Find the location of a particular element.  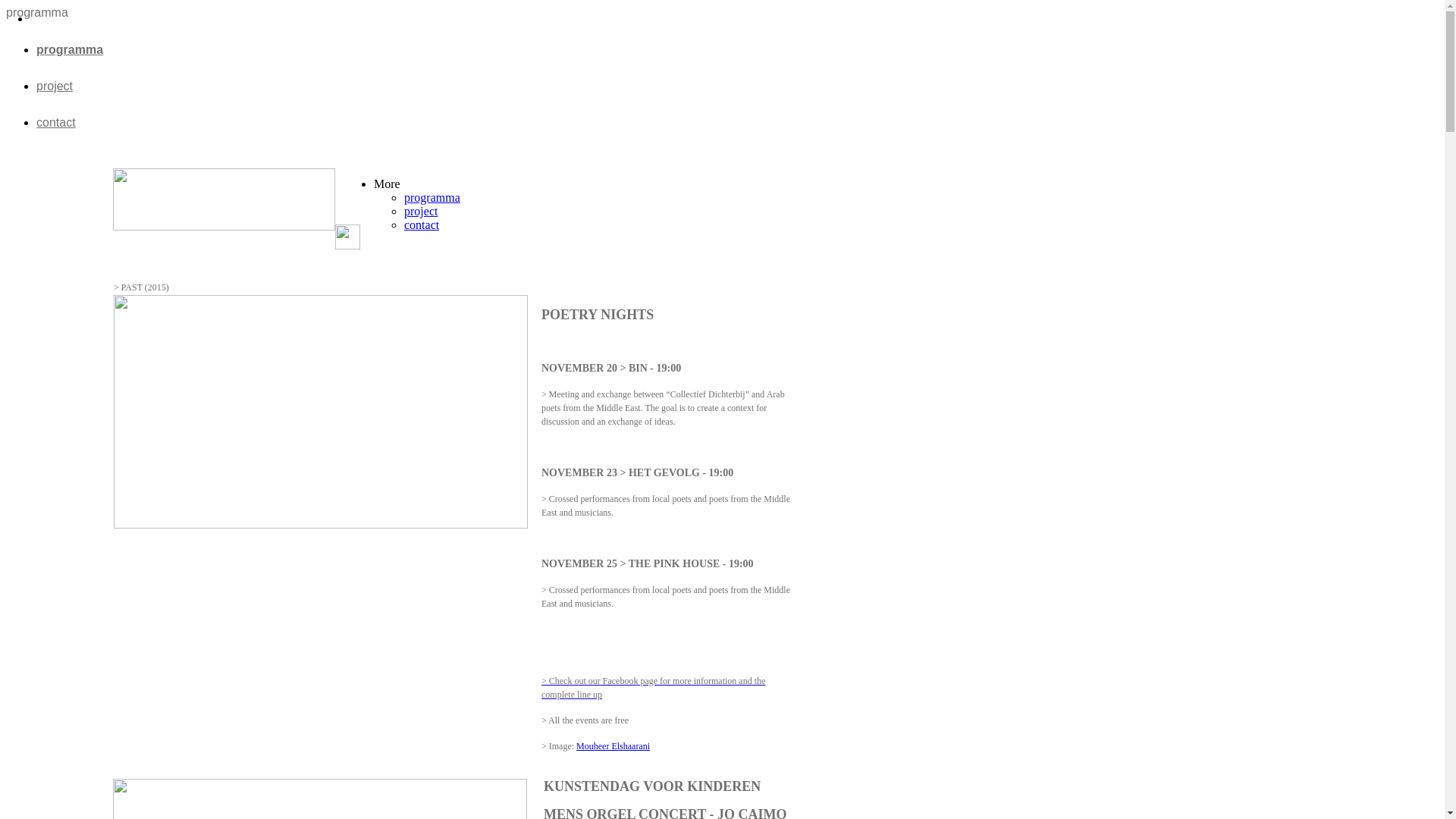

'contact' is located at coordinates (422, 224).